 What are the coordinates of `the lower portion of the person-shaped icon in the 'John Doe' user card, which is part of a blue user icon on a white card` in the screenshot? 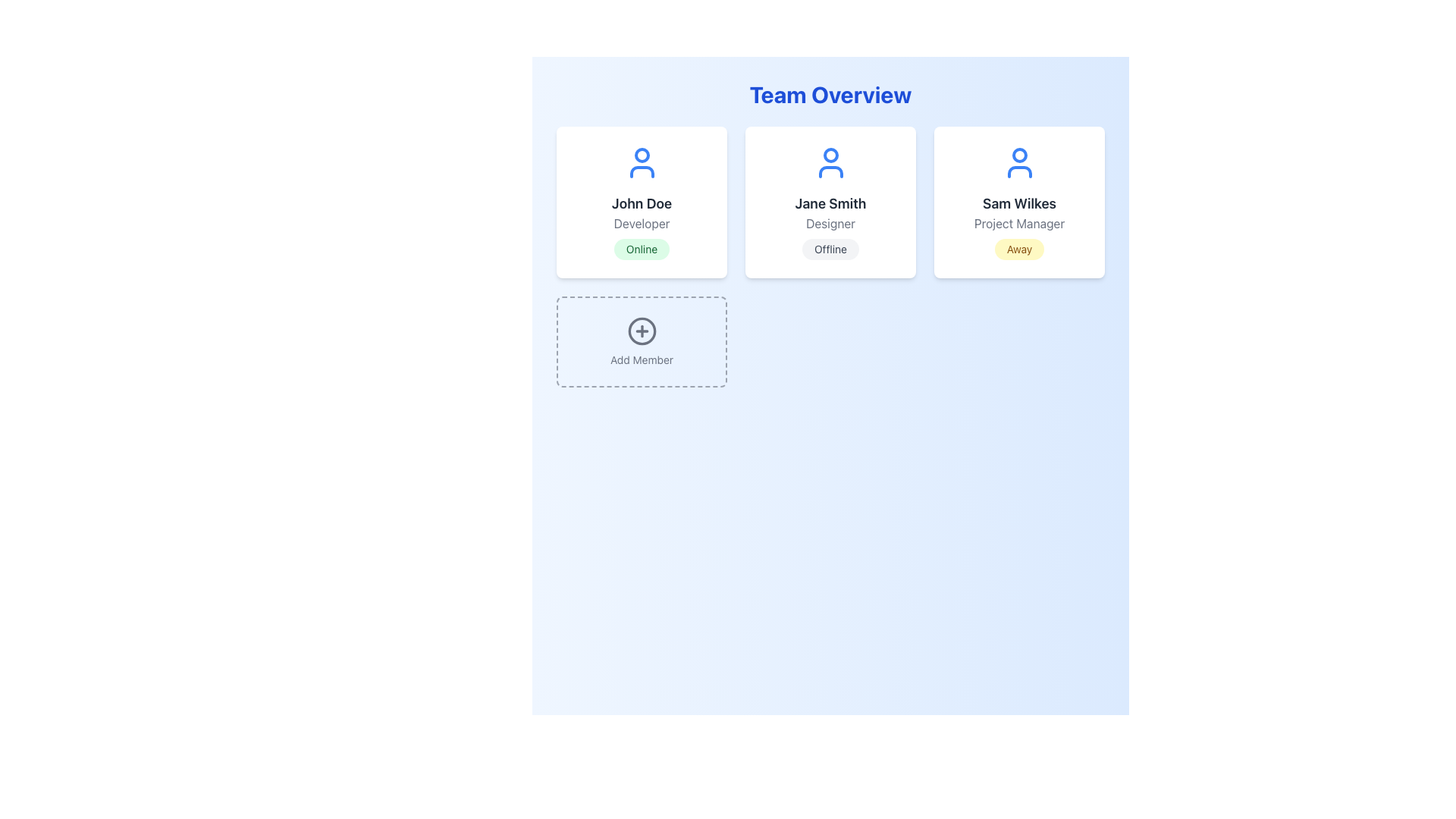 It's located at (642, 171).